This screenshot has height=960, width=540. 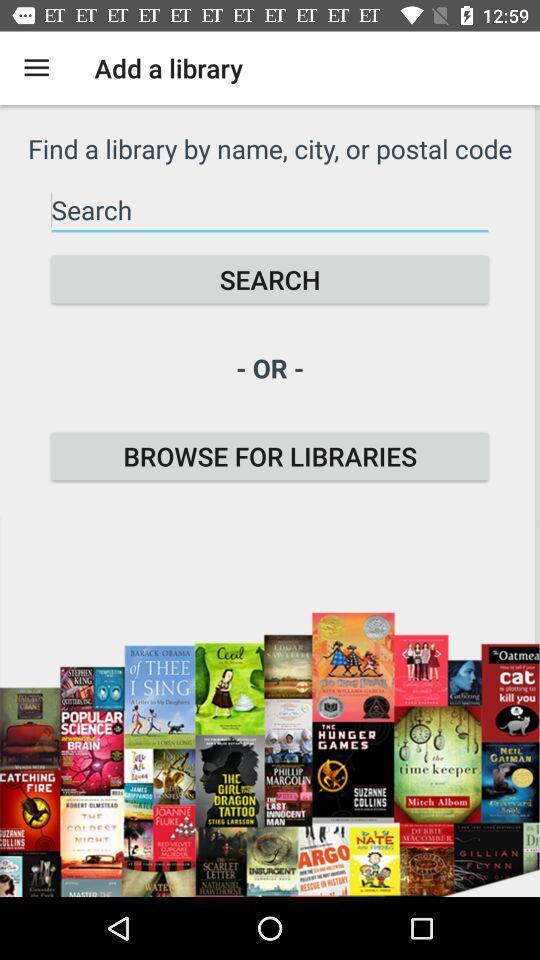 I want to click on the icon to the left of add a library icon, so click(x=36, y=68).